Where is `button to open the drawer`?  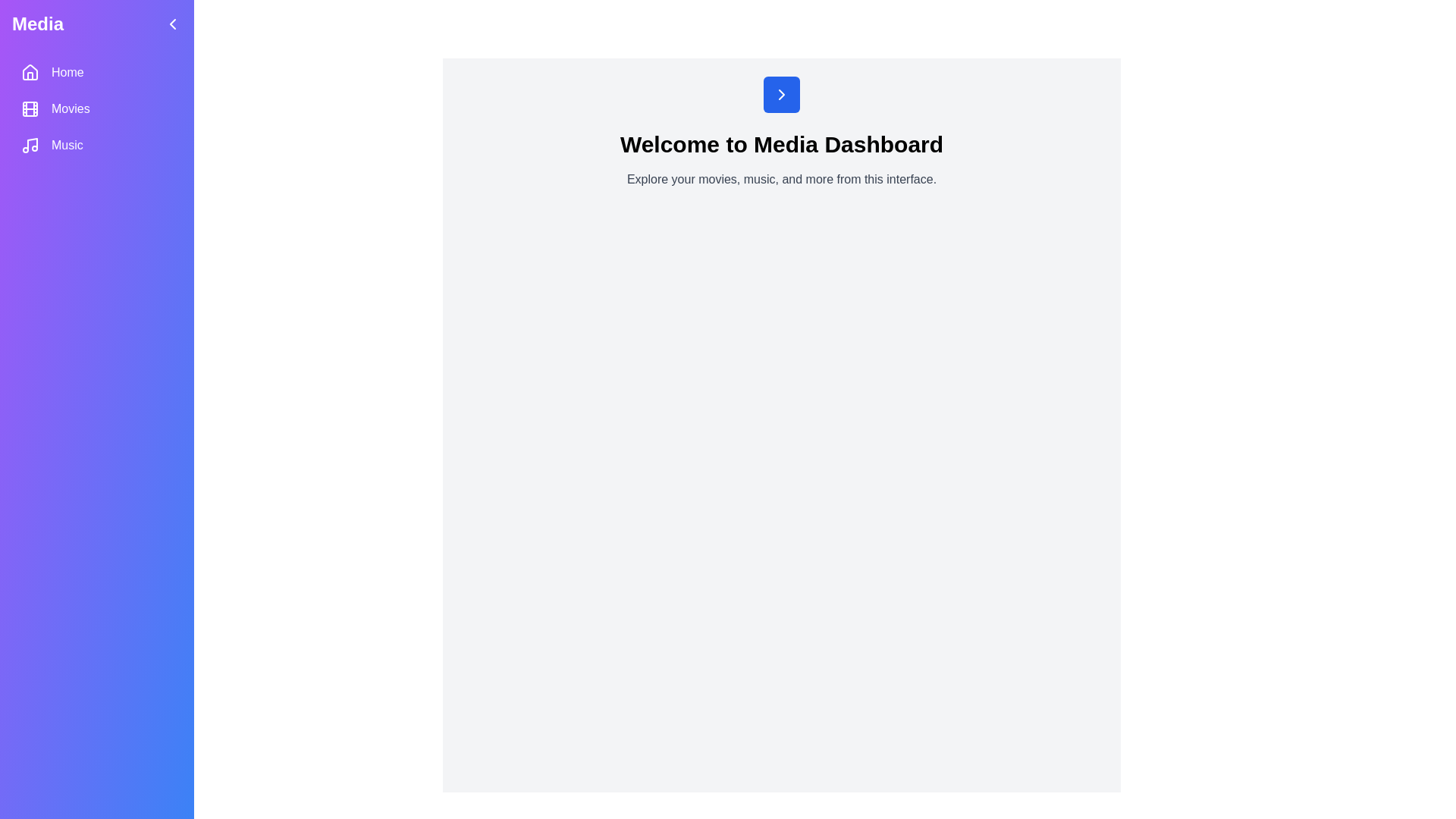
button to open the drawer is located at coordinates (782, 94).